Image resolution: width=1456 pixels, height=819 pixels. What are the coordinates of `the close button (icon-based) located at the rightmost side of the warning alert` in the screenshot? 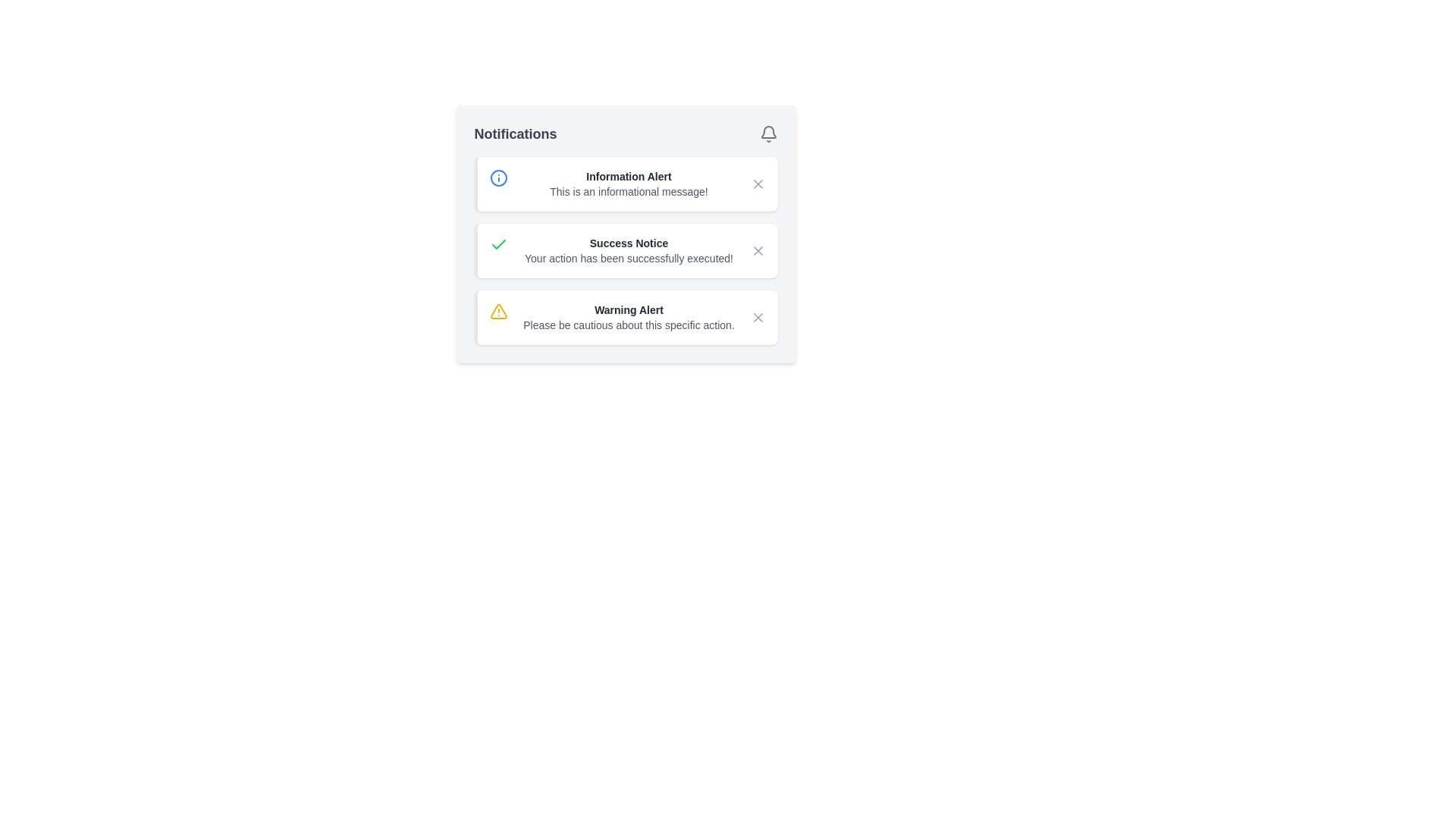 It's located at (758, 317).